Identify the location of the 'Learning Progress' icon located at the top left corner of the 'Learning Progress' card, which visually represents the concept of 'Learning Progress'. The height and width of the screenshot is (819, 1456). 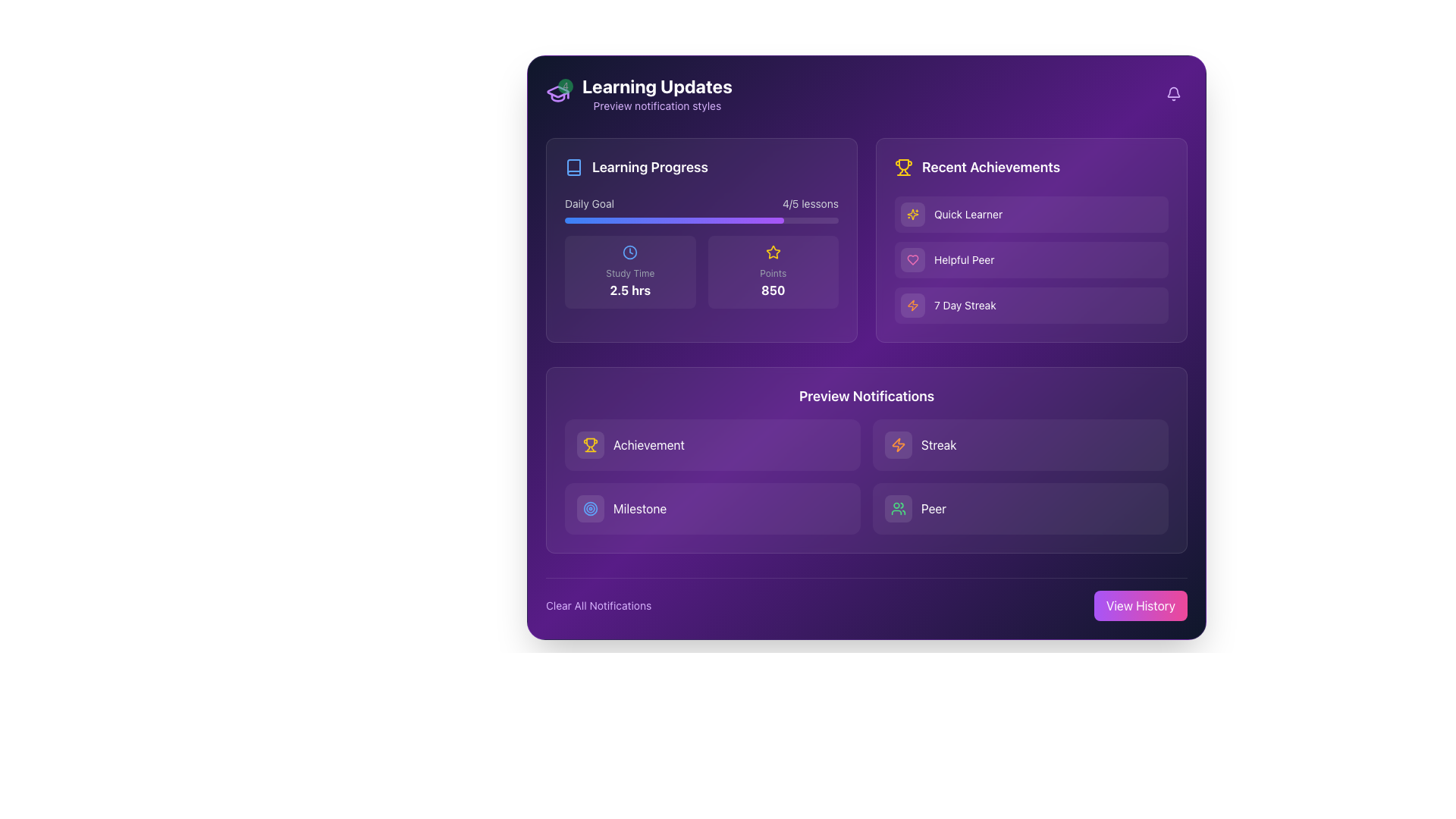
(573, 167).